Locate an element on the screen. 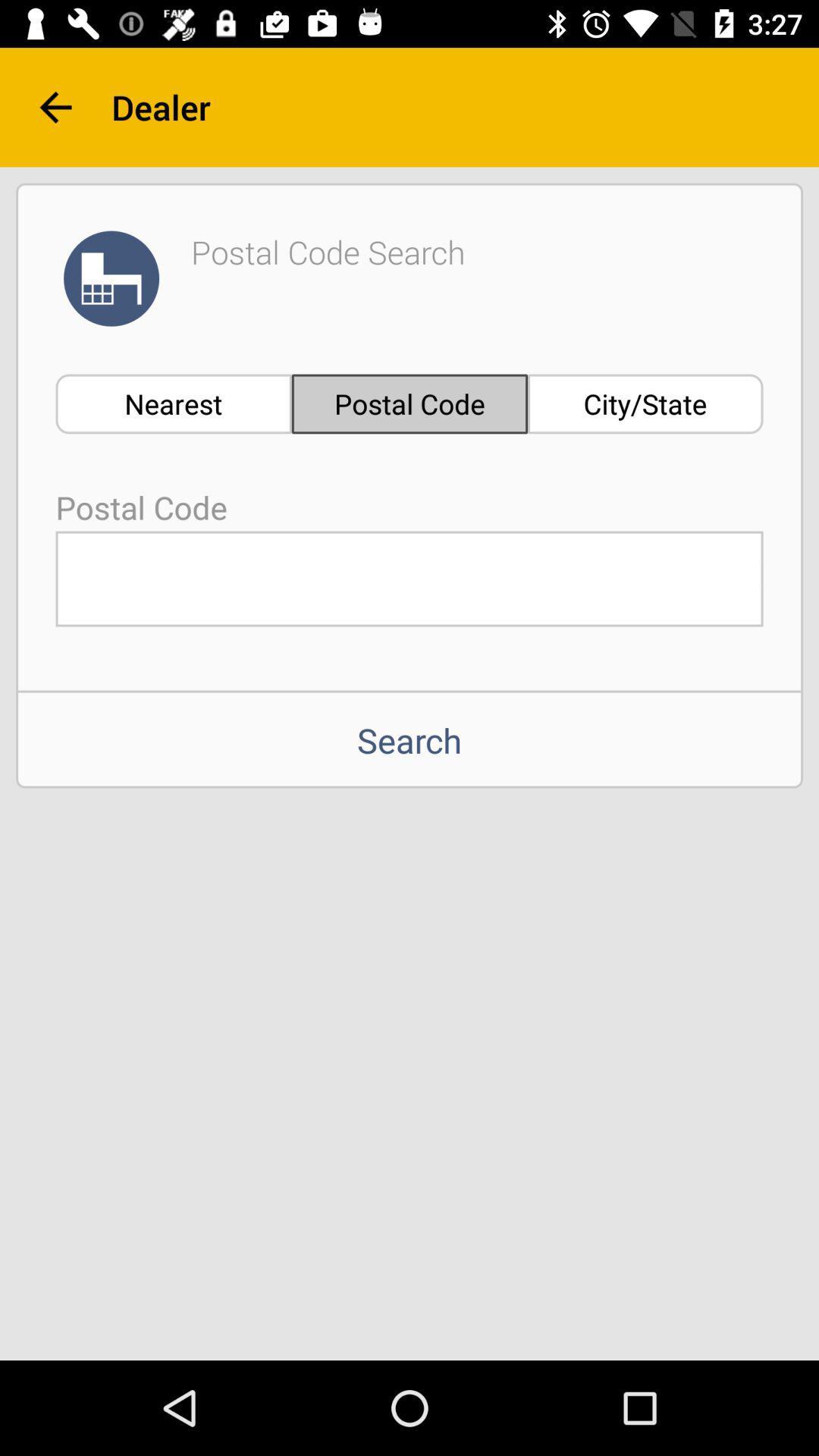  item above the postal code item is located at coordinates (173, 403).